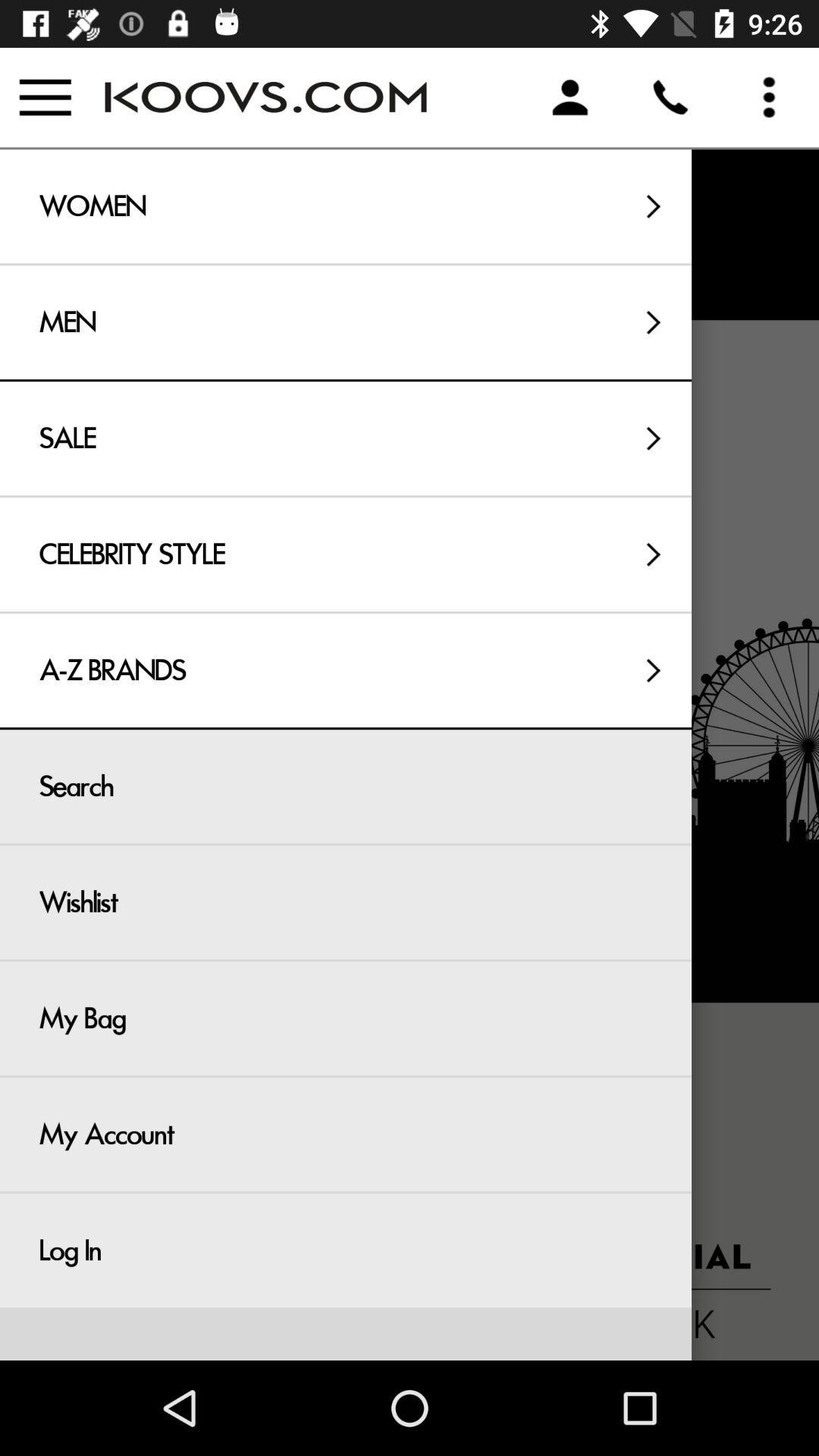 Image resolution: width=819 pixels, height=1456 pixels. I want to click on the menu icon, so click(44, 96).